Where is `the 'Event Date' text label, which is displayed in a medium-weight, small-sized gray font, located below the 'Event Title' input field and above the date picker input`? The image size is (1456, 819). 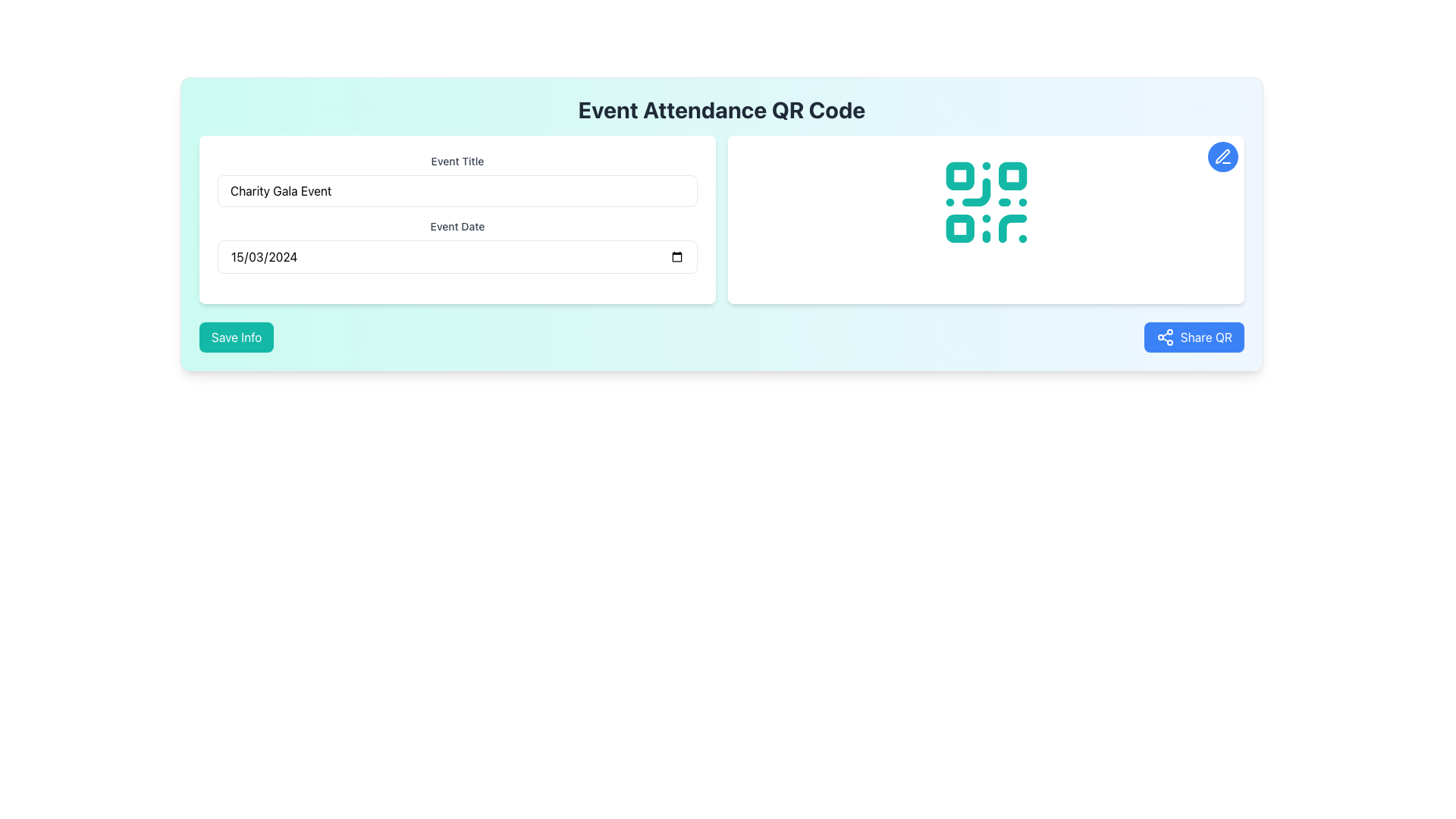 the 'Event Date' text label, which is displayed in a medium-weight, small-sized gray font, located below the 'Event Title' input field and above the date picker input is located at coordinates (457, 227).